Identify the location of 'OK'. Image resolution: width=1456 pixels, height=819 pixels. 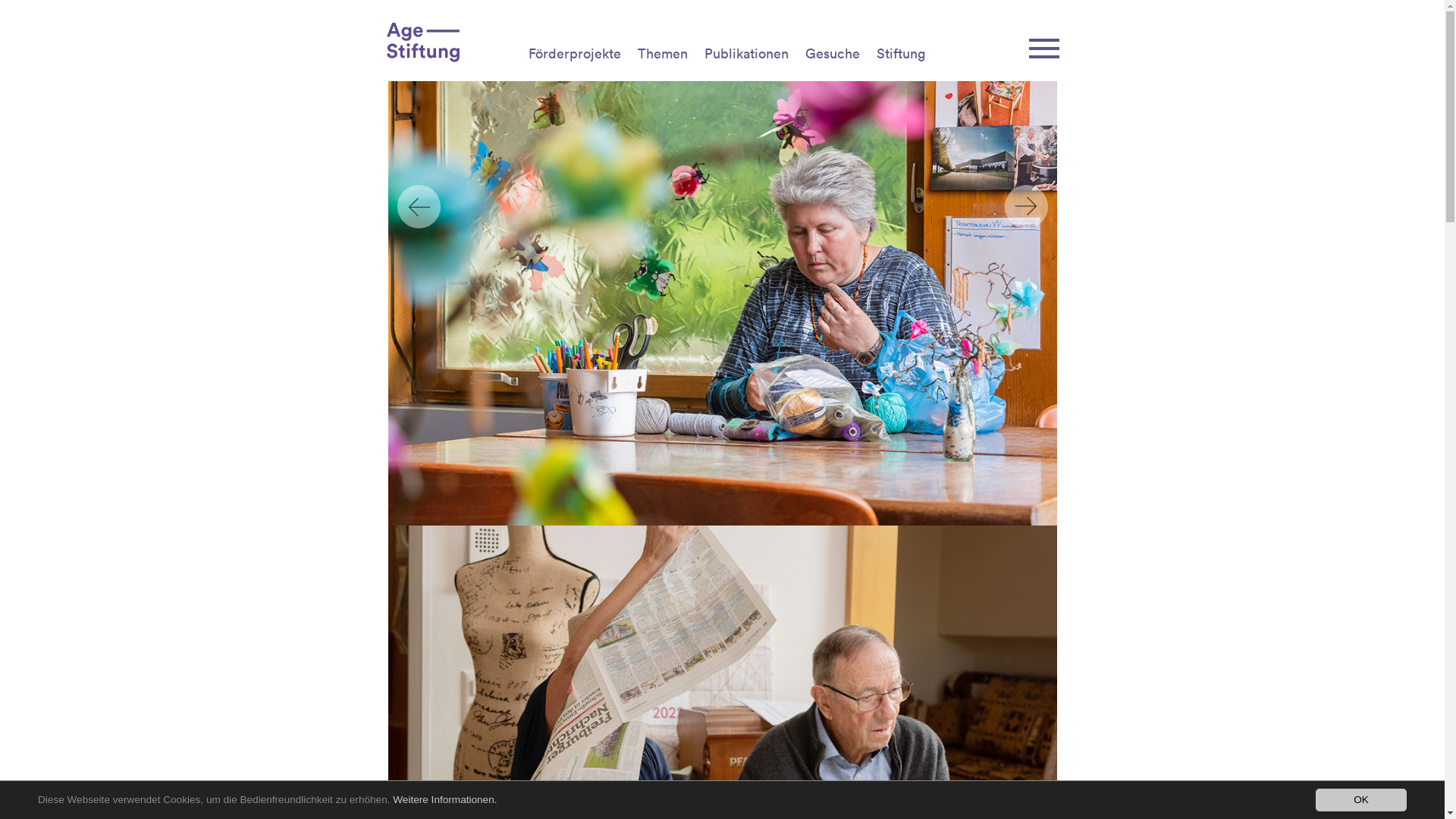
(1361, 799).